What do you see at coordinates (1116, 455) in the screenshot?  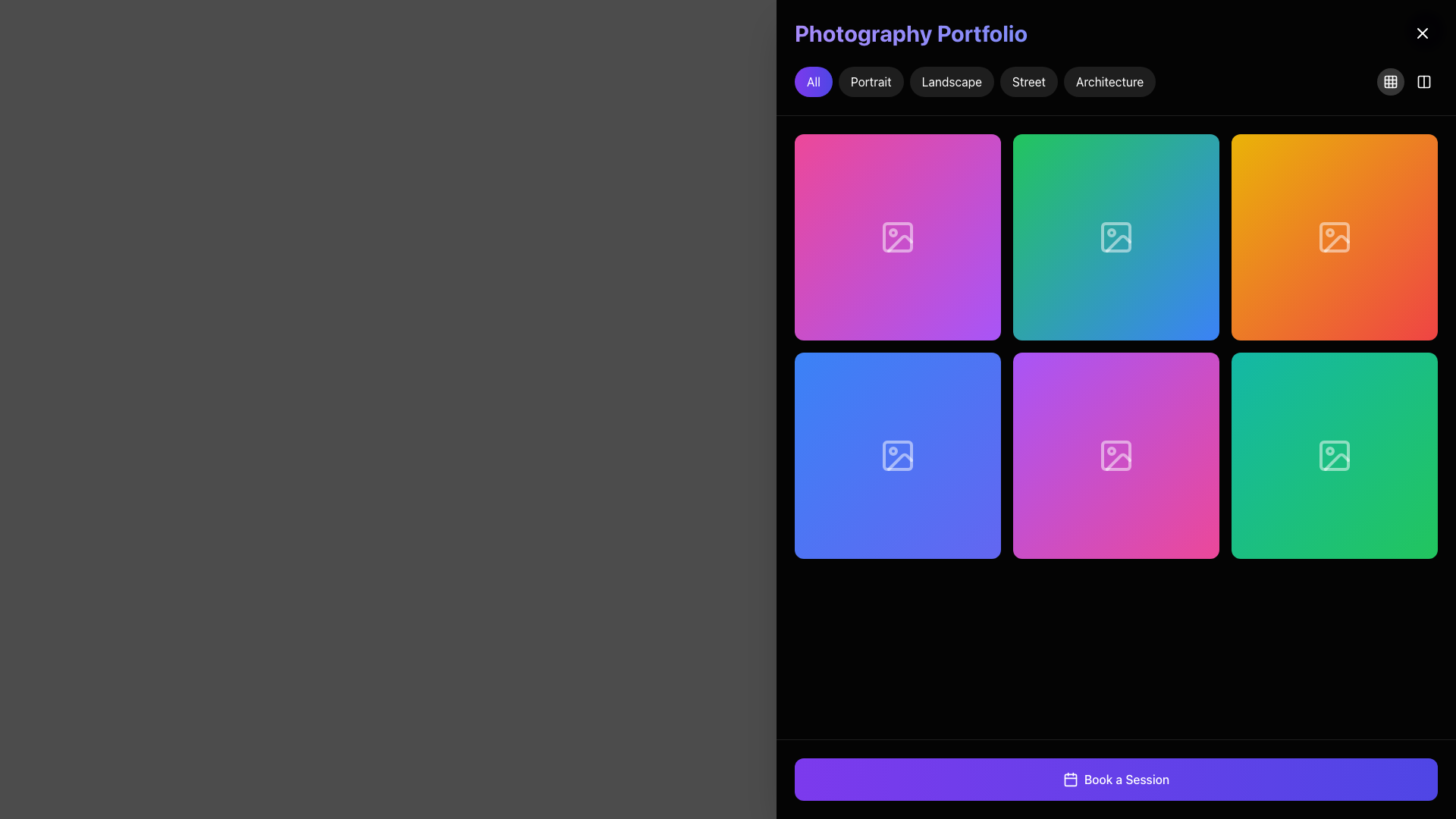 I see `the icon located in the rightmost column of the lower row in a 3x2 grid layout, which has a magenta gradient background and serves as a placeholder for an image` at bounding box center [1116, 455].